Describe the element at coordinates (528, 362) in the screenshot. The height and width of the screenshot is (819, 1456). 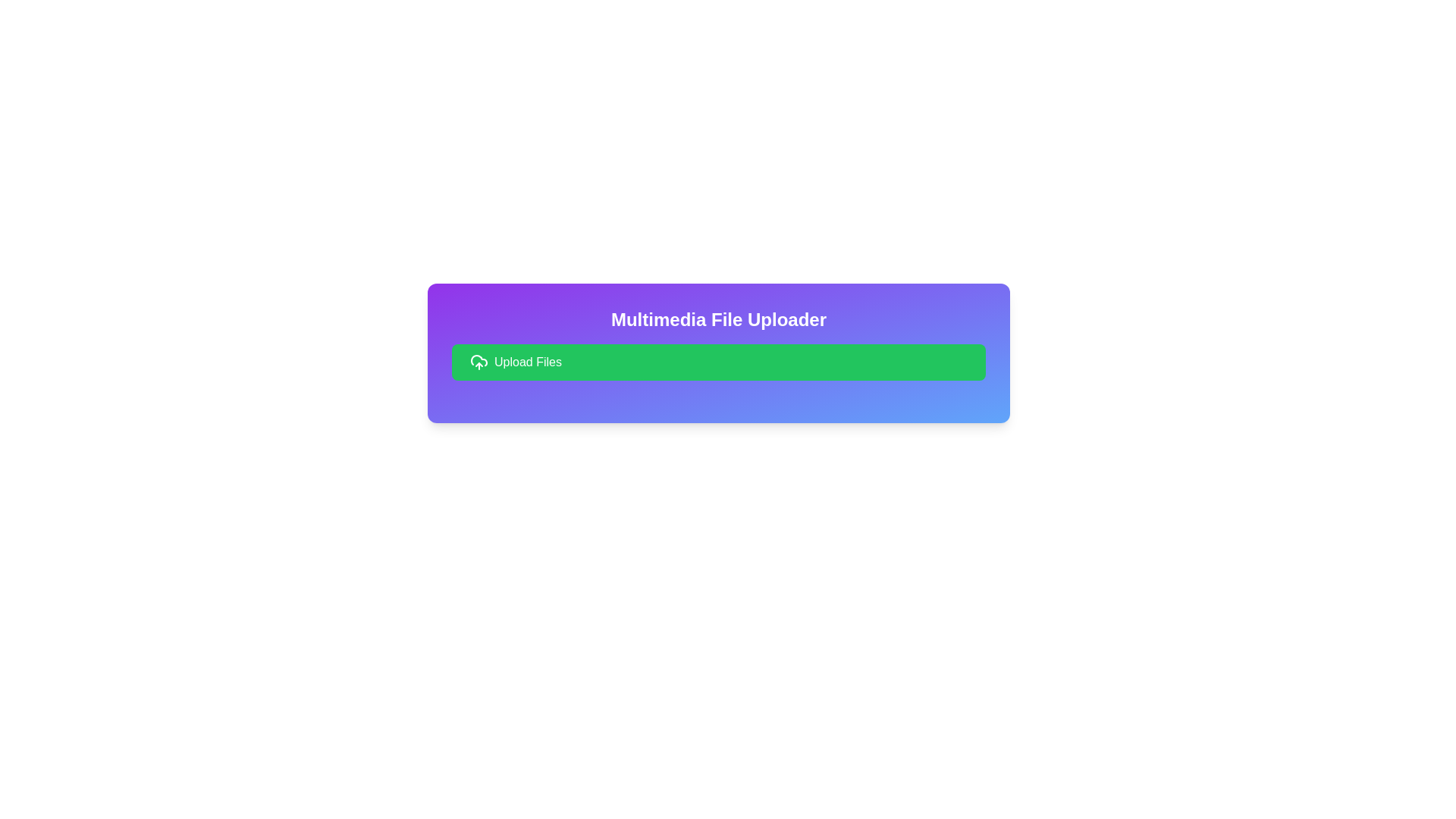
I see `the 'Upload Files' button` at that location.